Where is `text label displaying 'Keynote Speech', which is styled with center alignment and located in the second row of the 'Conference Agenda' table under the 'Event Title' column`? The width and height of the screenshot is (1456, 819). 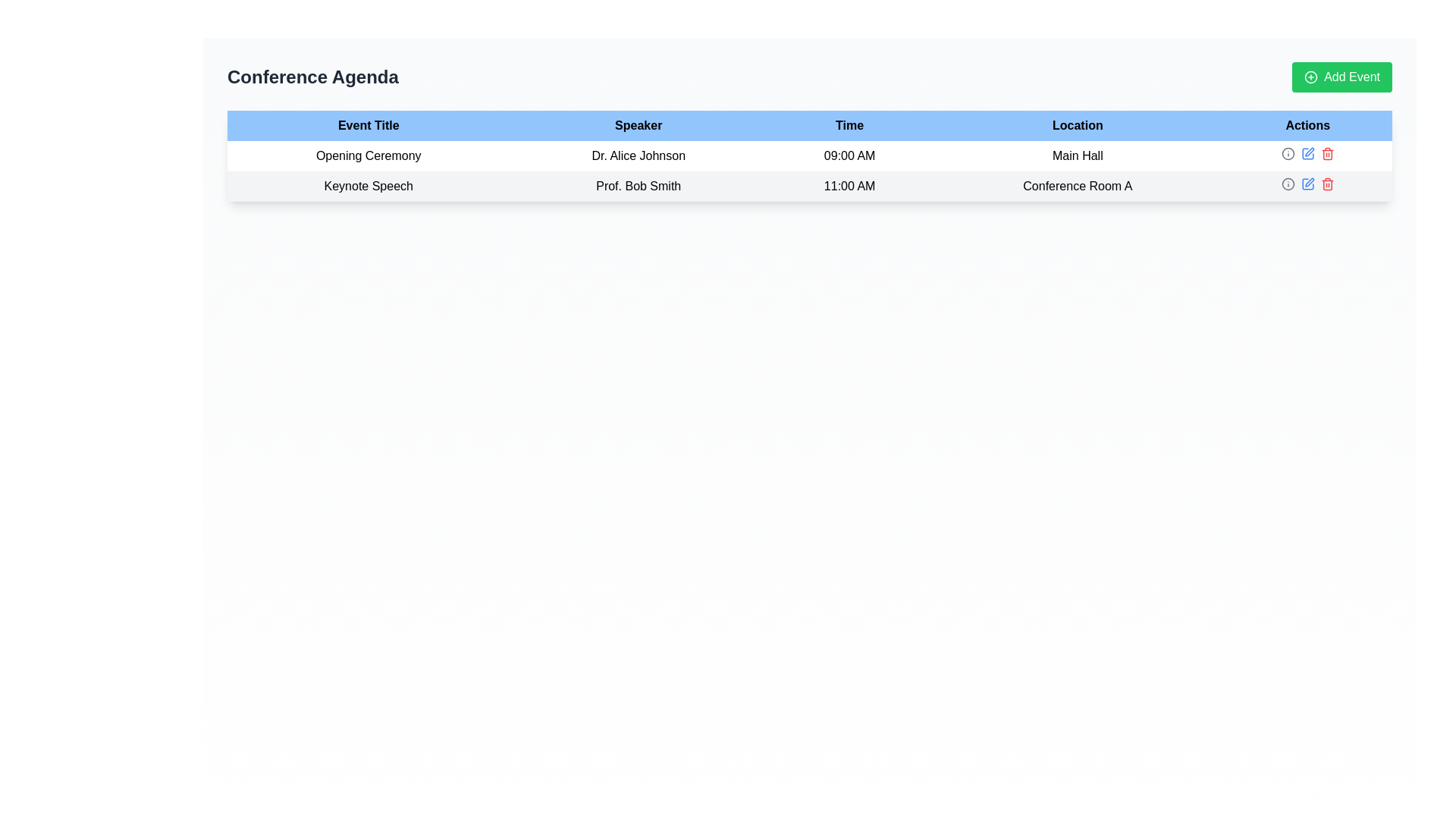
text label displaying 'Keynote Speech', which is styled with center alignment and located in the second row of the 'Conference Agenda' table under the 'Event Title' column is located at coordinates (369, 186).